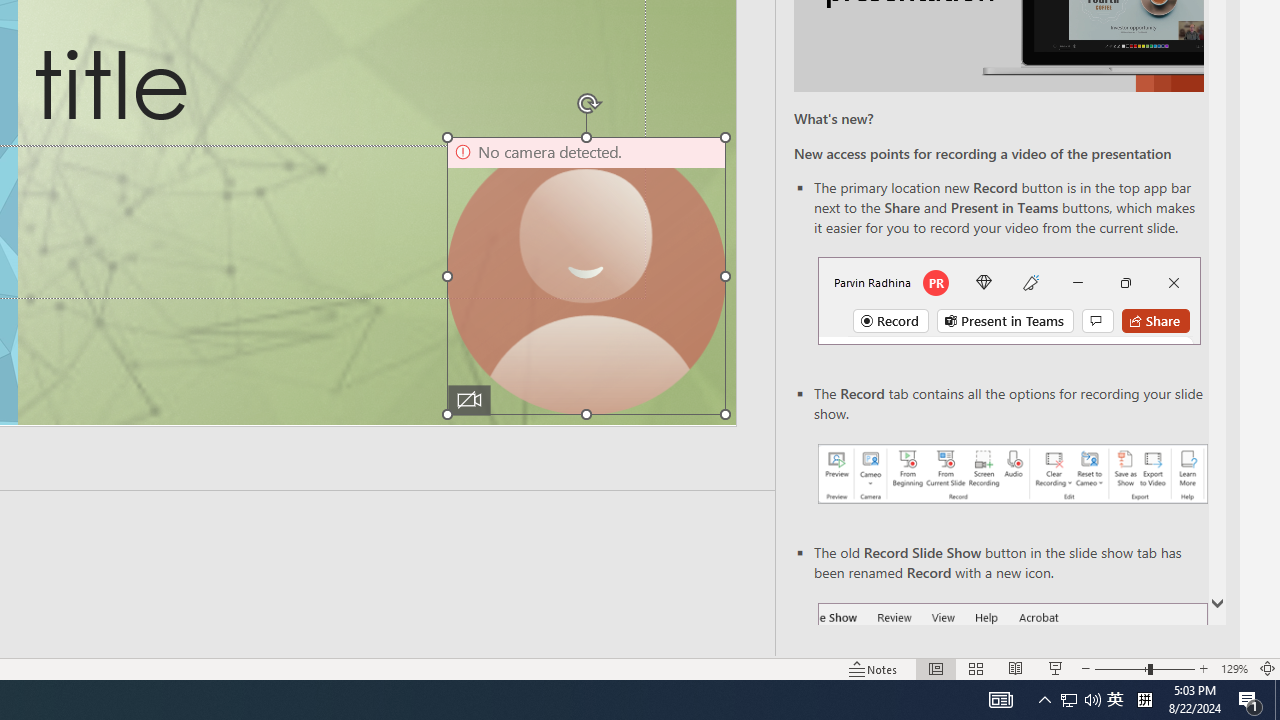 The width and height of the screenshot is (1280, 720). I want to click on 'Camera 9, No camera detected.', so click(585, 276).